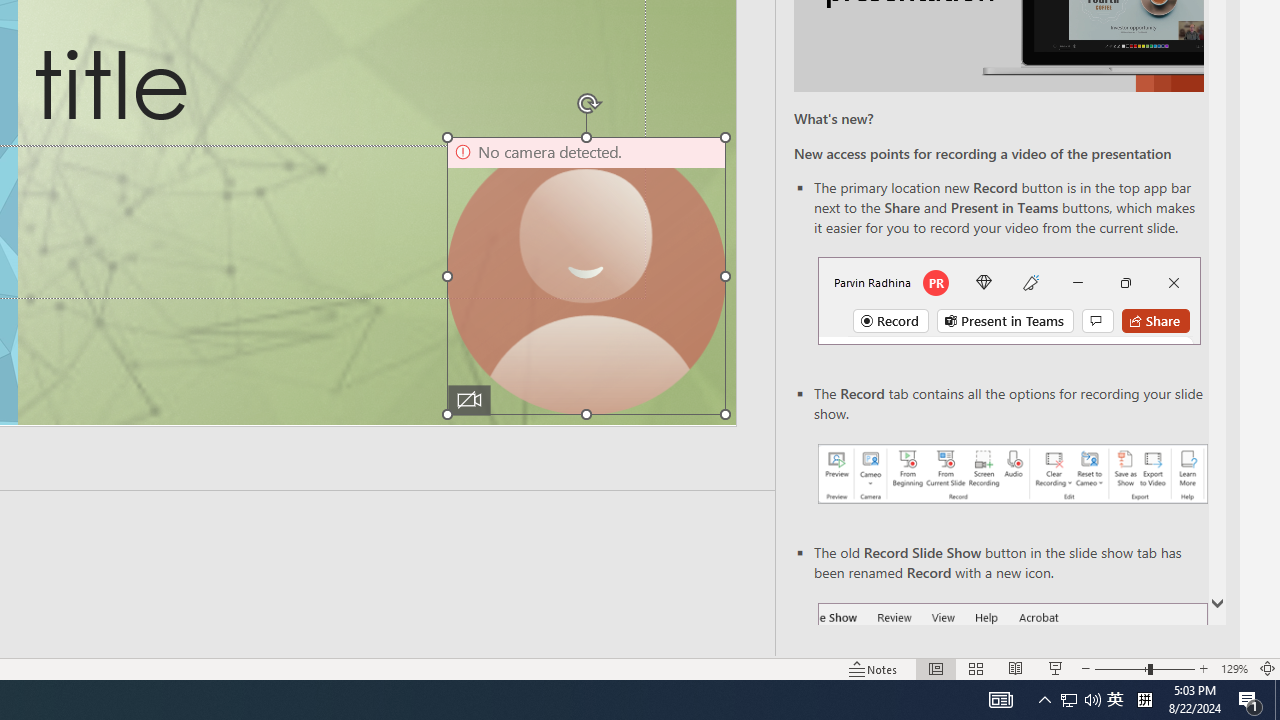 The width and height of the screenshot is (1280, 720). I want to click on 'Camera 9, No camera detected.', so click(585, 276).